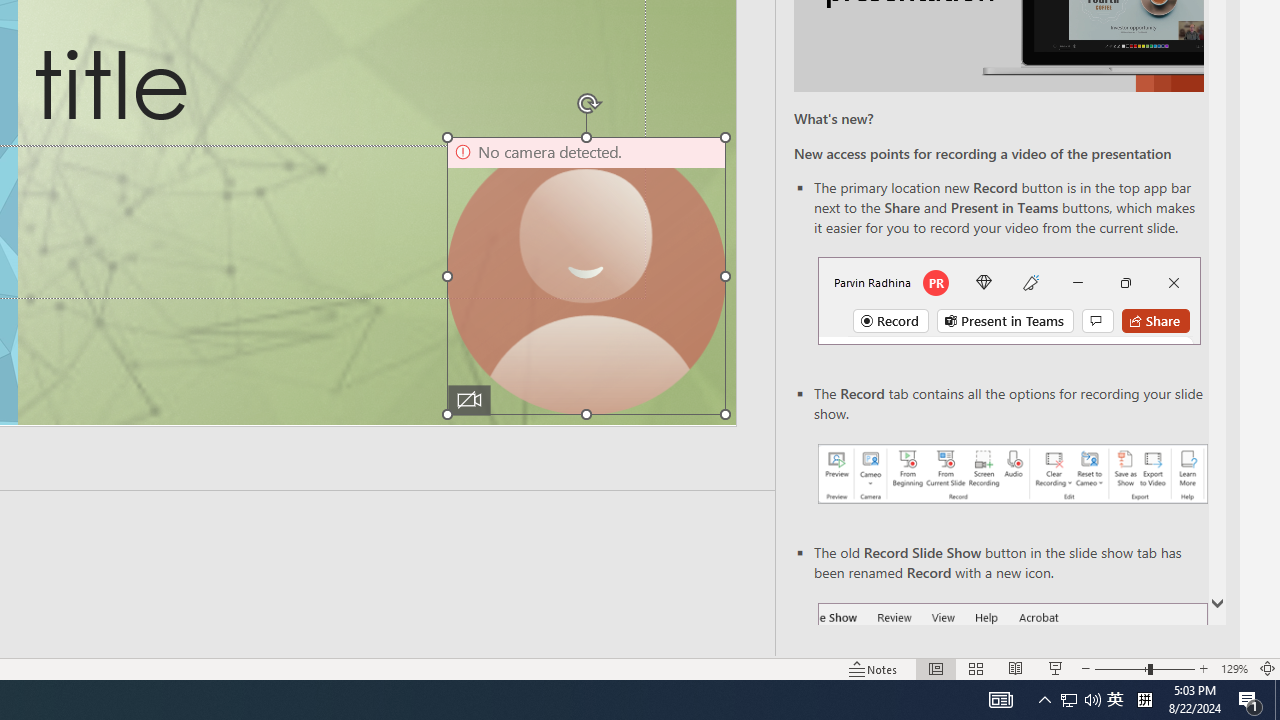 The width and height of the screenshot is (1280, 720). I want to click on 'Camera 9, No camera detected.', so click(585, 276).